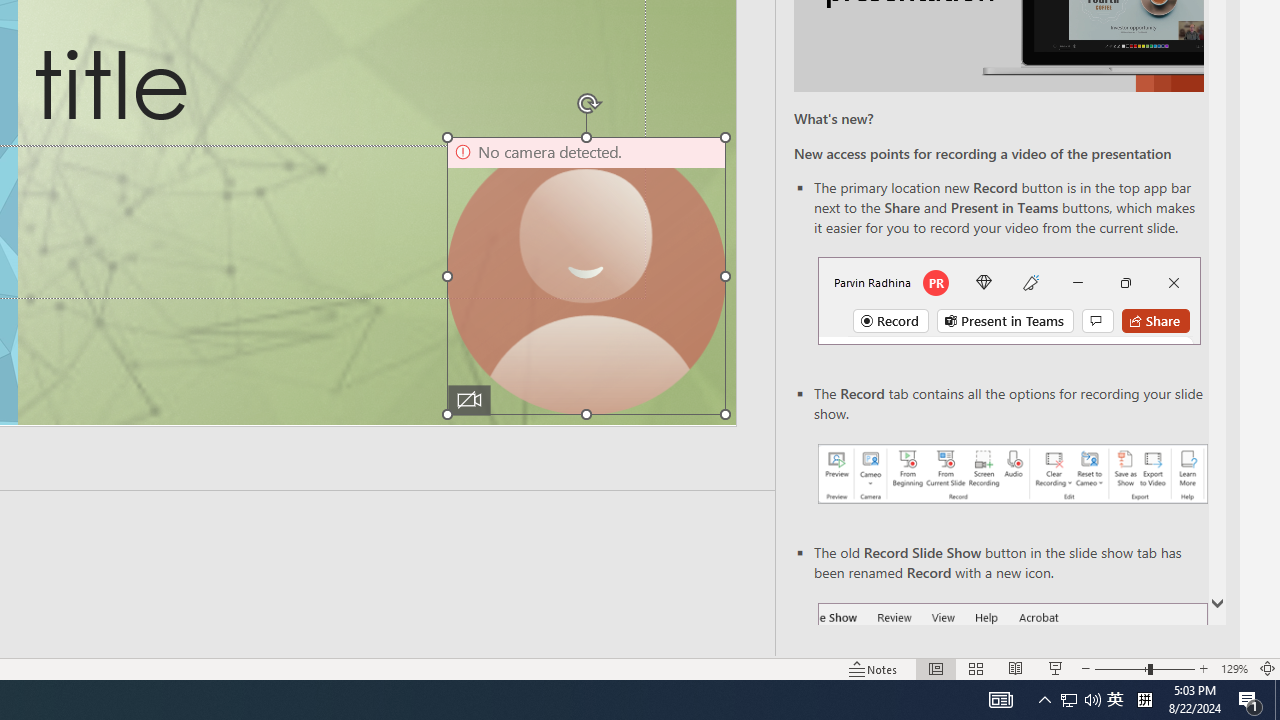 The width and height of the screenshot is (1280, 720). I want to click on 'Camera 9, No camera detected.', so click(585, 276).